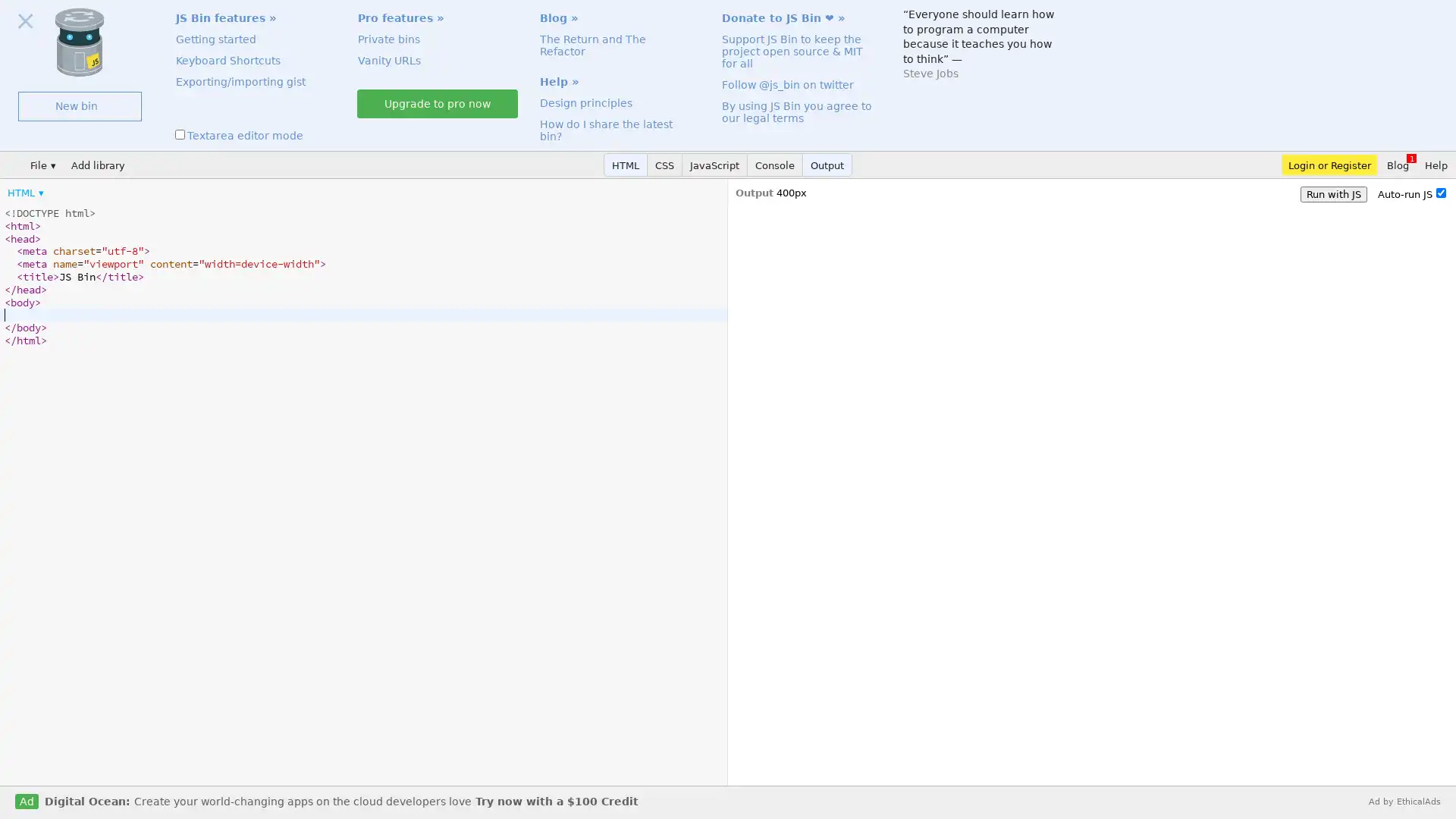  What do you see at coordinates (665, 165) in the screenshot?
I see `CSS Panel: Inactive` at bounding box center [665, 165].